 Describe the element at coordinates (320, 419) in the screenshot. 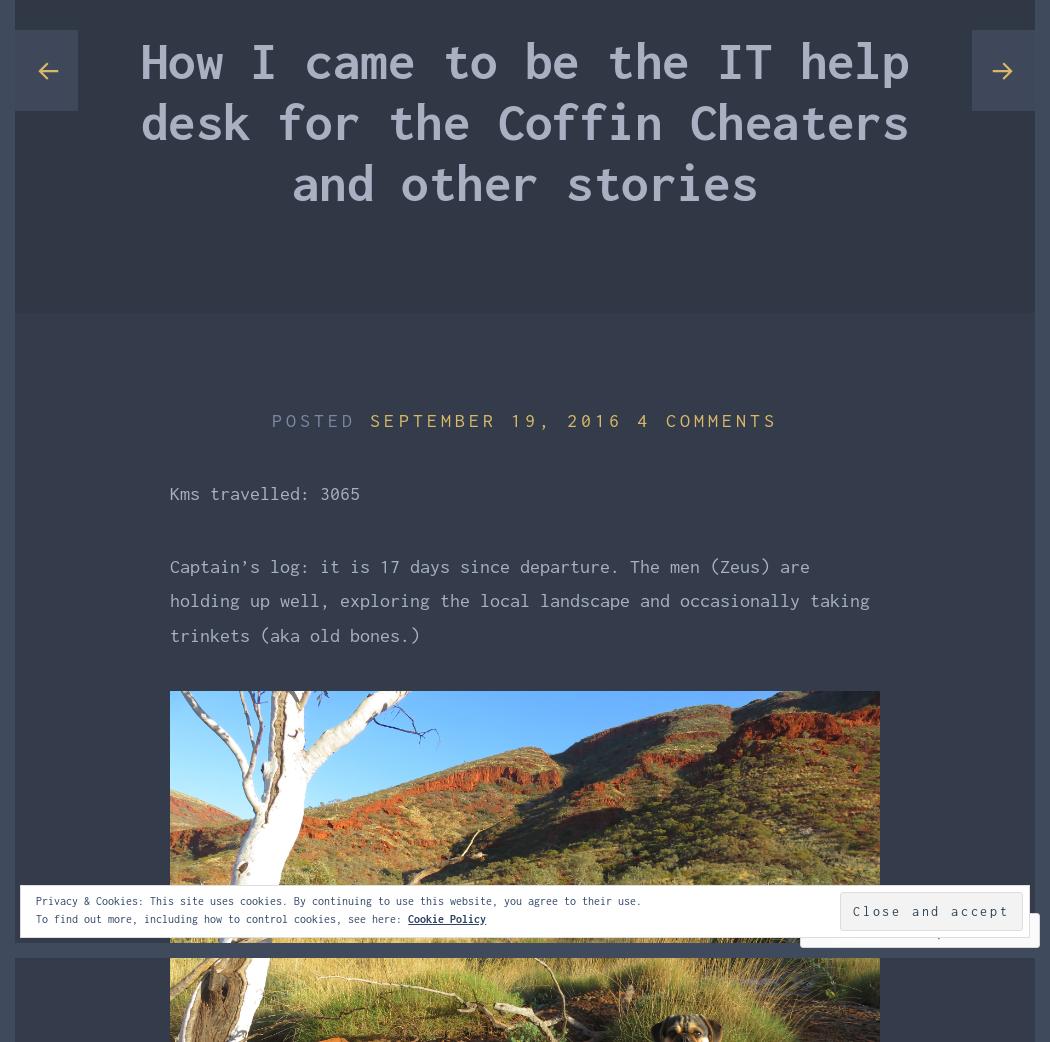

I see `'Posted'` at that location.